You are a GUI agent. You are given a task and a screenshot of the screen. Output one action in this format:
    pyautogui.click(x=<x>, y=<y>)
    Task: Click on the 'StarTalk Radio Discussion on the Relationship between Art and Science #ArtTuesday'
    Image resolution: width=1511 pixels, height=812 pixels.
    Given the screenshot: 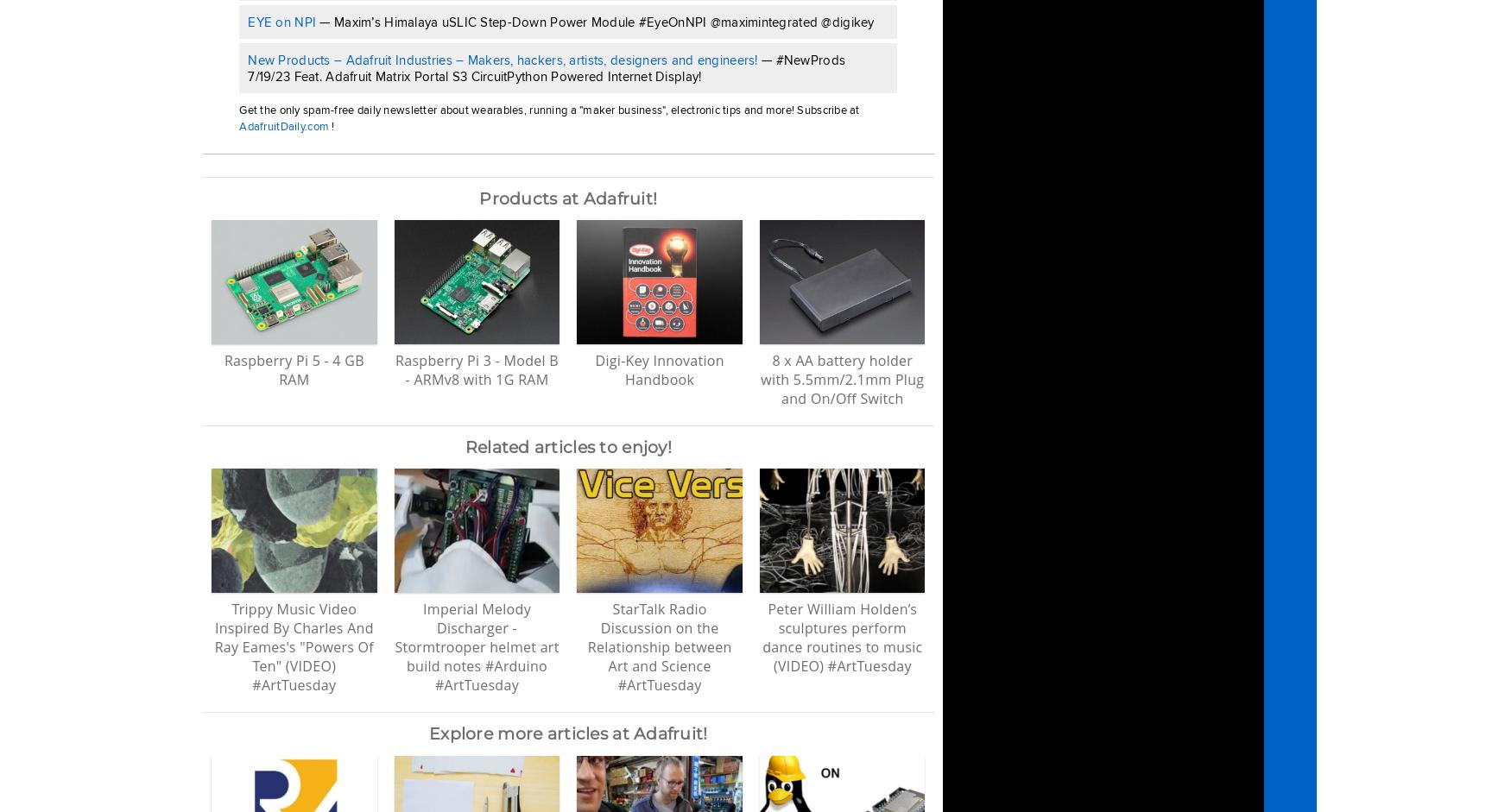 What is the action you would take?
    pyautogui.click(x=658, y=645)
    